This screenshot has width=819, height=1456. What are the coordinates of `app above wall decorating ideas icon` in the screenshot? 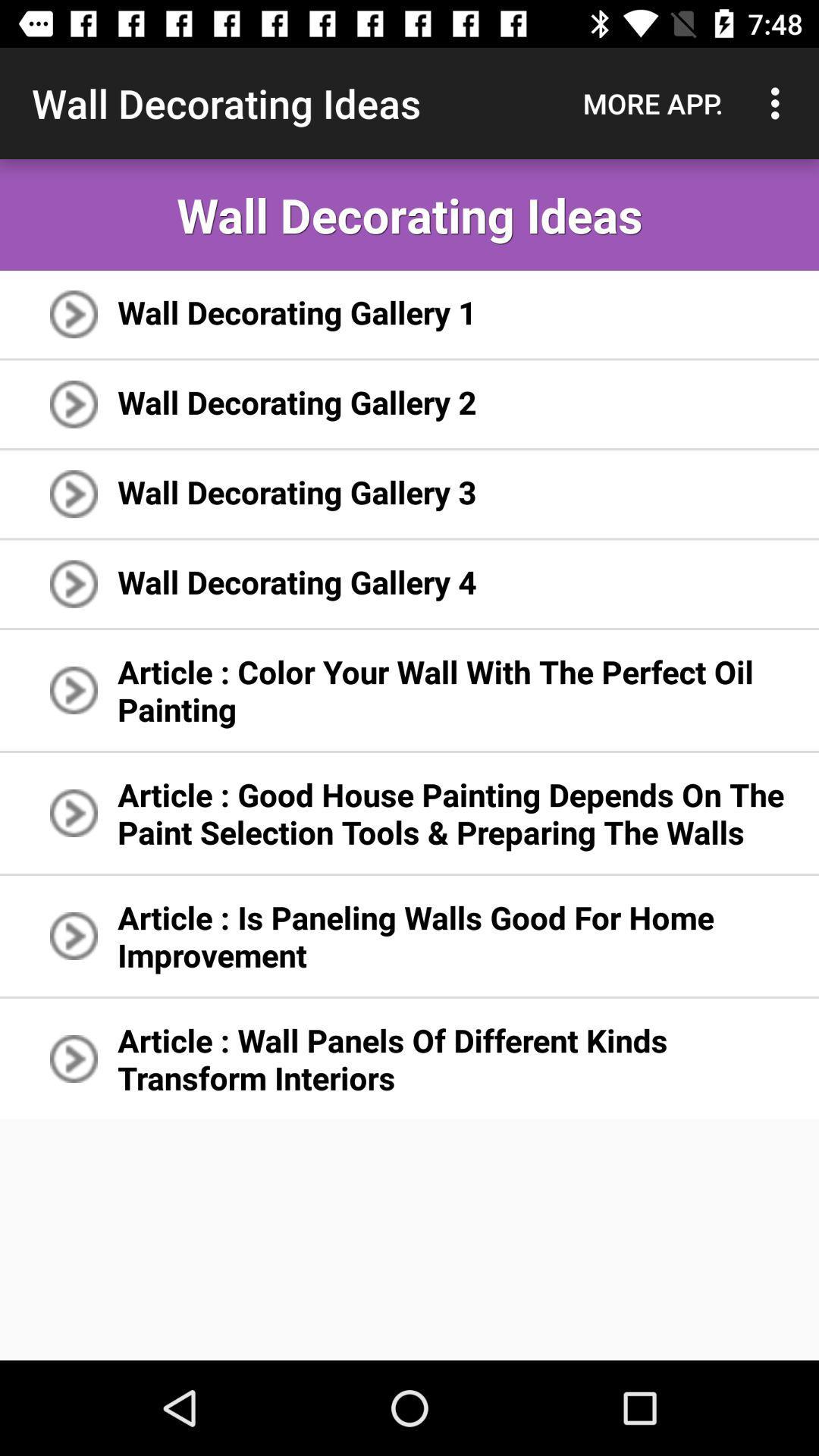 It's located at (652, 102).